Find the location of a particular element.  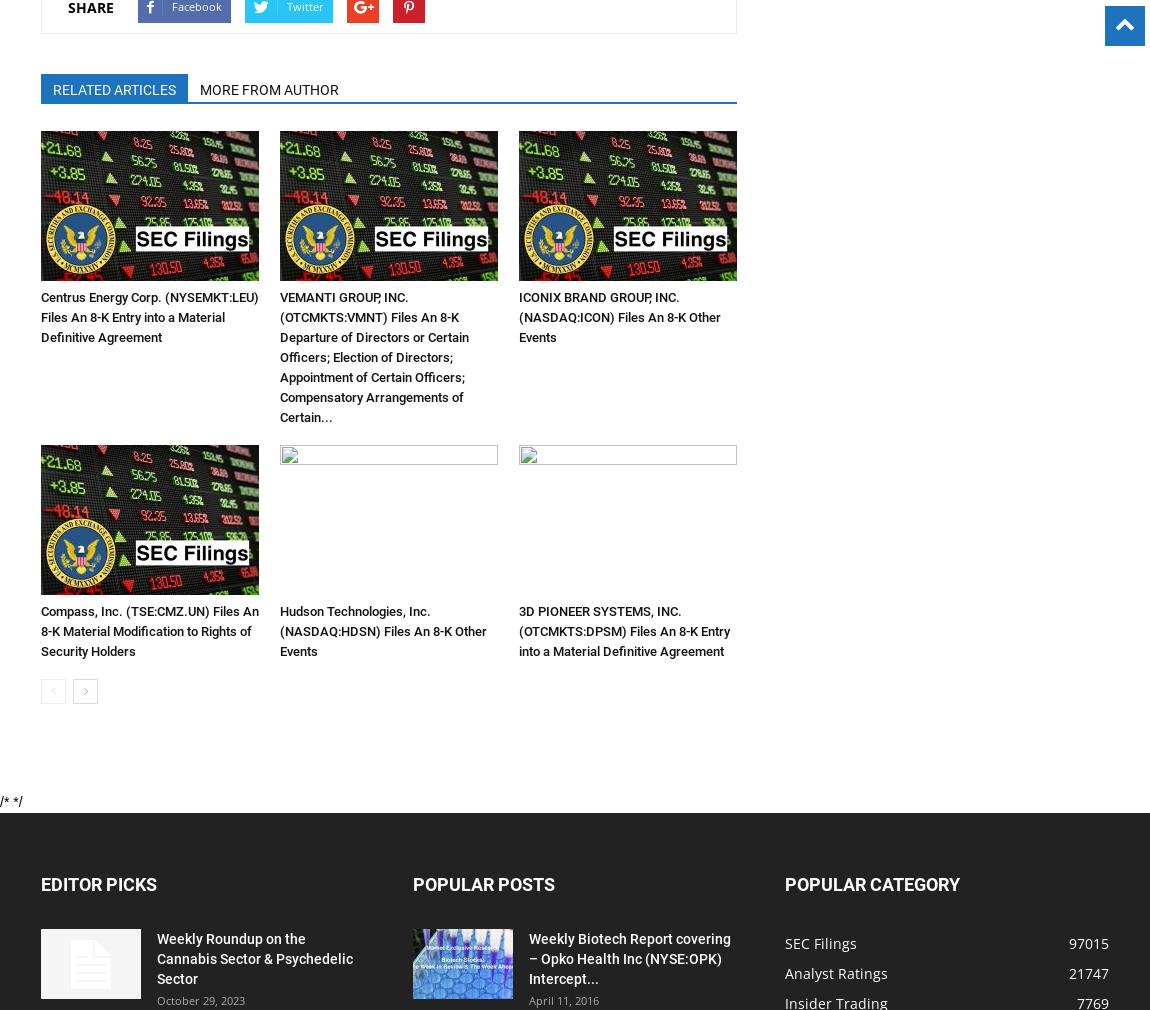

'POPULAR CATEGORY' is located at coordinates (872, 884).